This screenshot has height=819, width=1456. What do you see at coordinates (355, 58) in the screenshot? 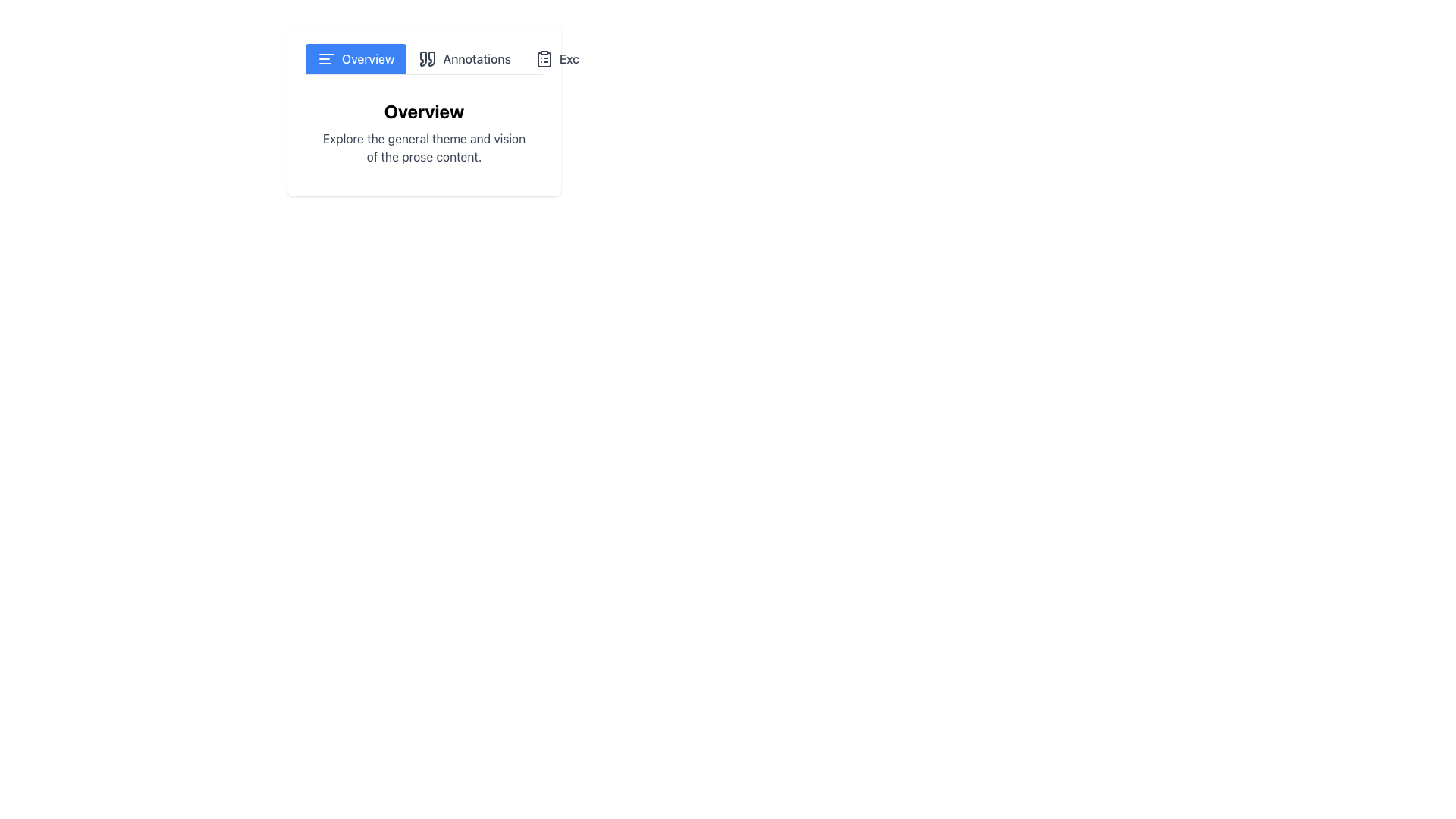
I see `the blue 'Overview' button with rounded corners that contains a menu icon` at bounding box center [355, 58].